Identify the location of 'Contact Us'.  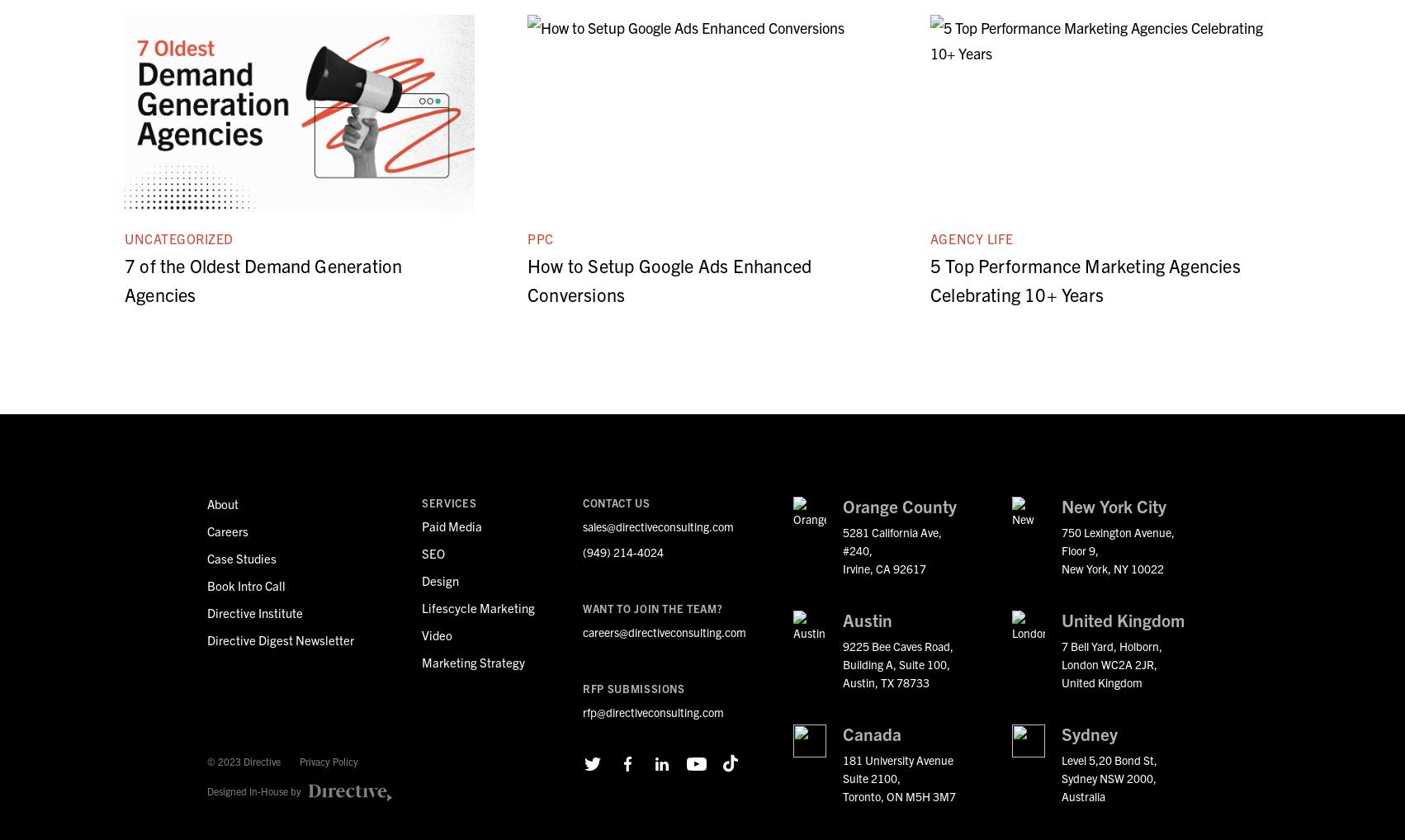
(615, 503).